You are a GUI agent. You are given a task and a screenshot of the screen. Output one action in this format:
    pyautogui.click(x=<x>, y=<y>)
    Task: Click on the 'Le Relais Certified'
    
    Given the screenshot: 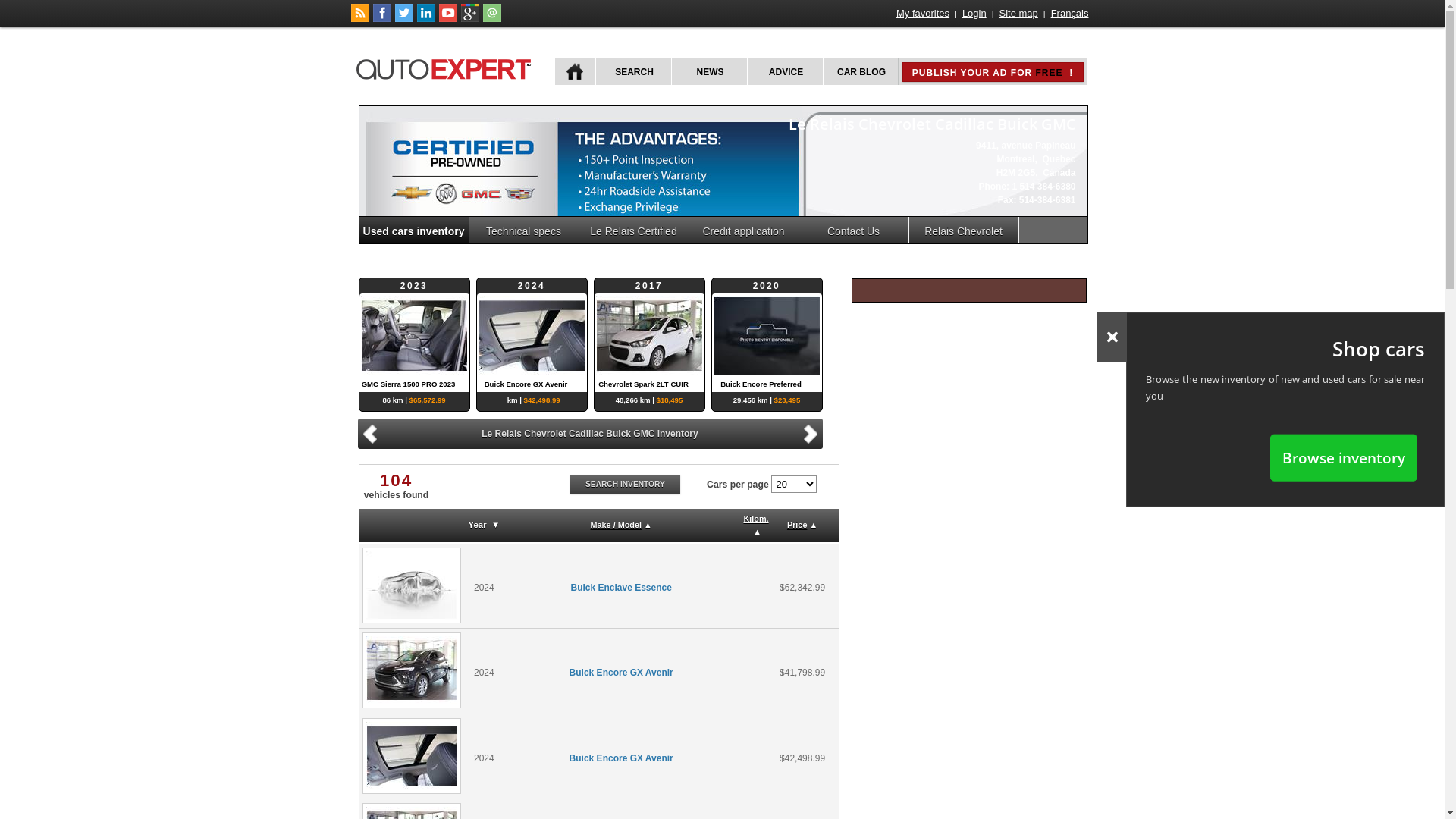 What is the action you would take?
    pyautogui.click(x=634, y=230)
    